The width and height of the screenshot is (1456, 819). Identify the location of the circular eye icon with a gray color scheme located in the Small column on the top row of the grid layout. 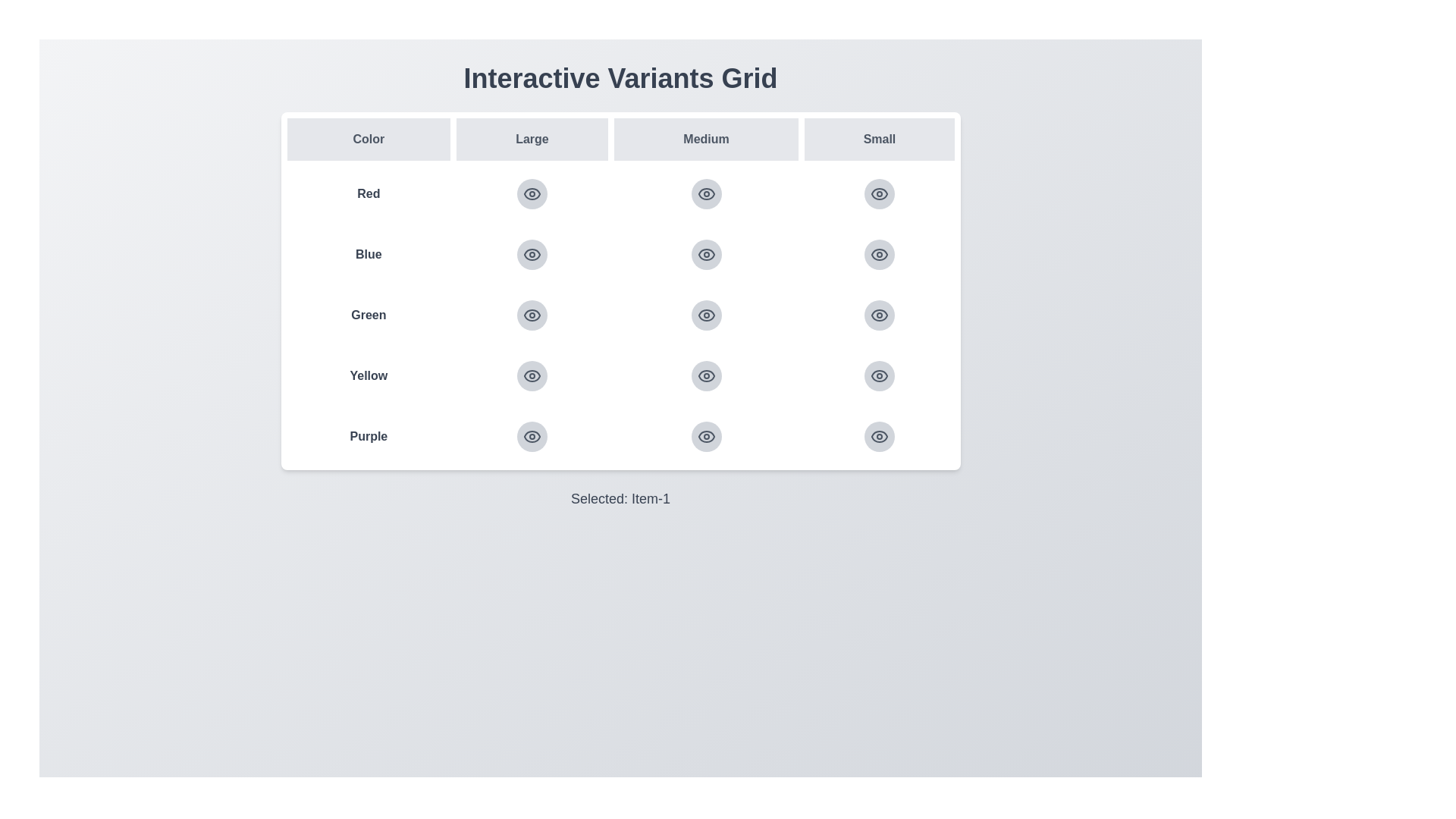
(880, 193).